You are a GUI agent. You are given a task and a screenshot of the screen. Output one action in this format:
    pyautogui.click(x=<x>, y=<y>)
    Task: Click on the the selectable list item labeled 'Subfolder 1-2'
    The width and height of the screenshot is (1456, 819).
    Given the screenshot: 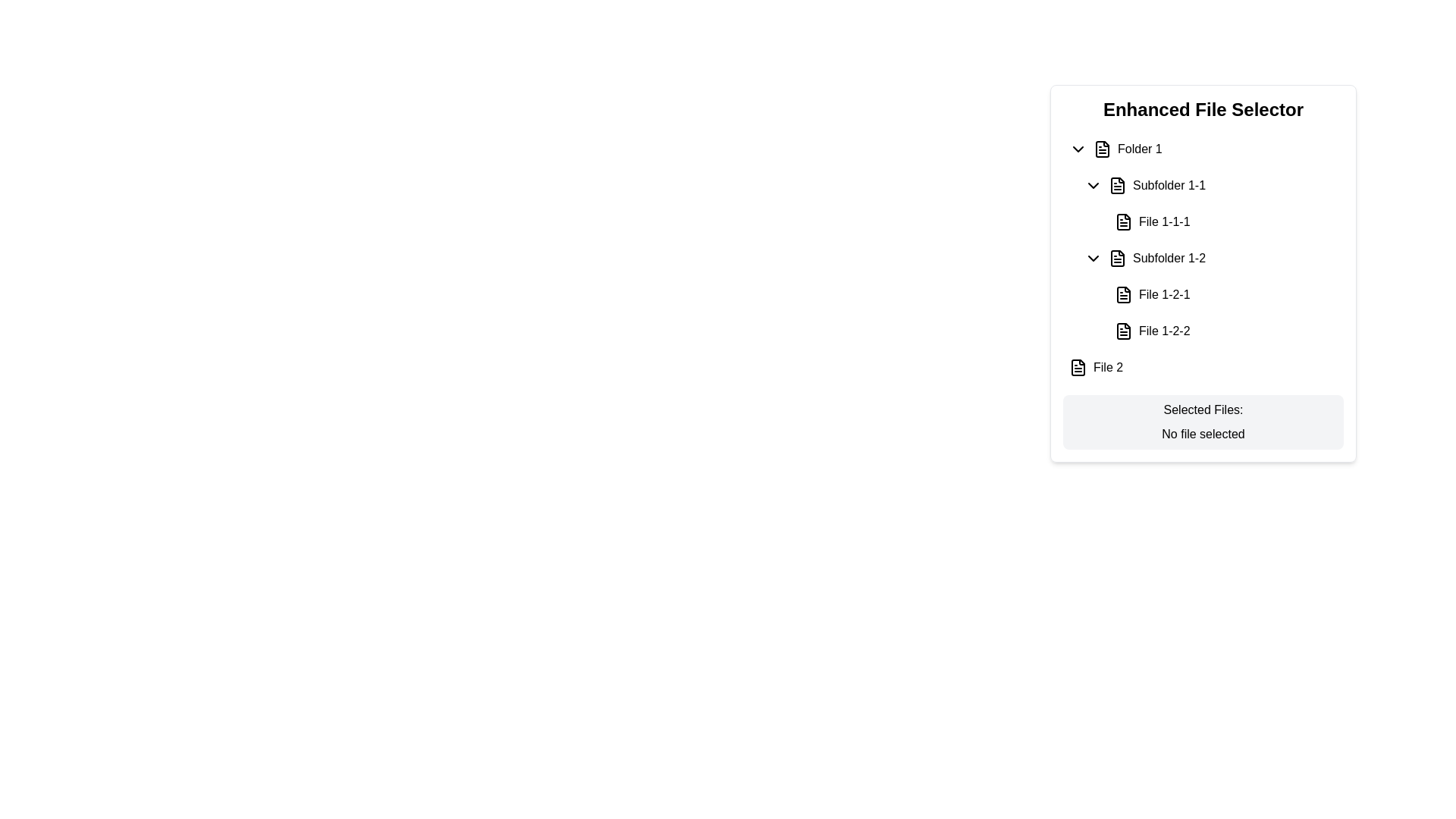 What is the action you would take?
    pyautogui.click(x=1210, y=257)
    